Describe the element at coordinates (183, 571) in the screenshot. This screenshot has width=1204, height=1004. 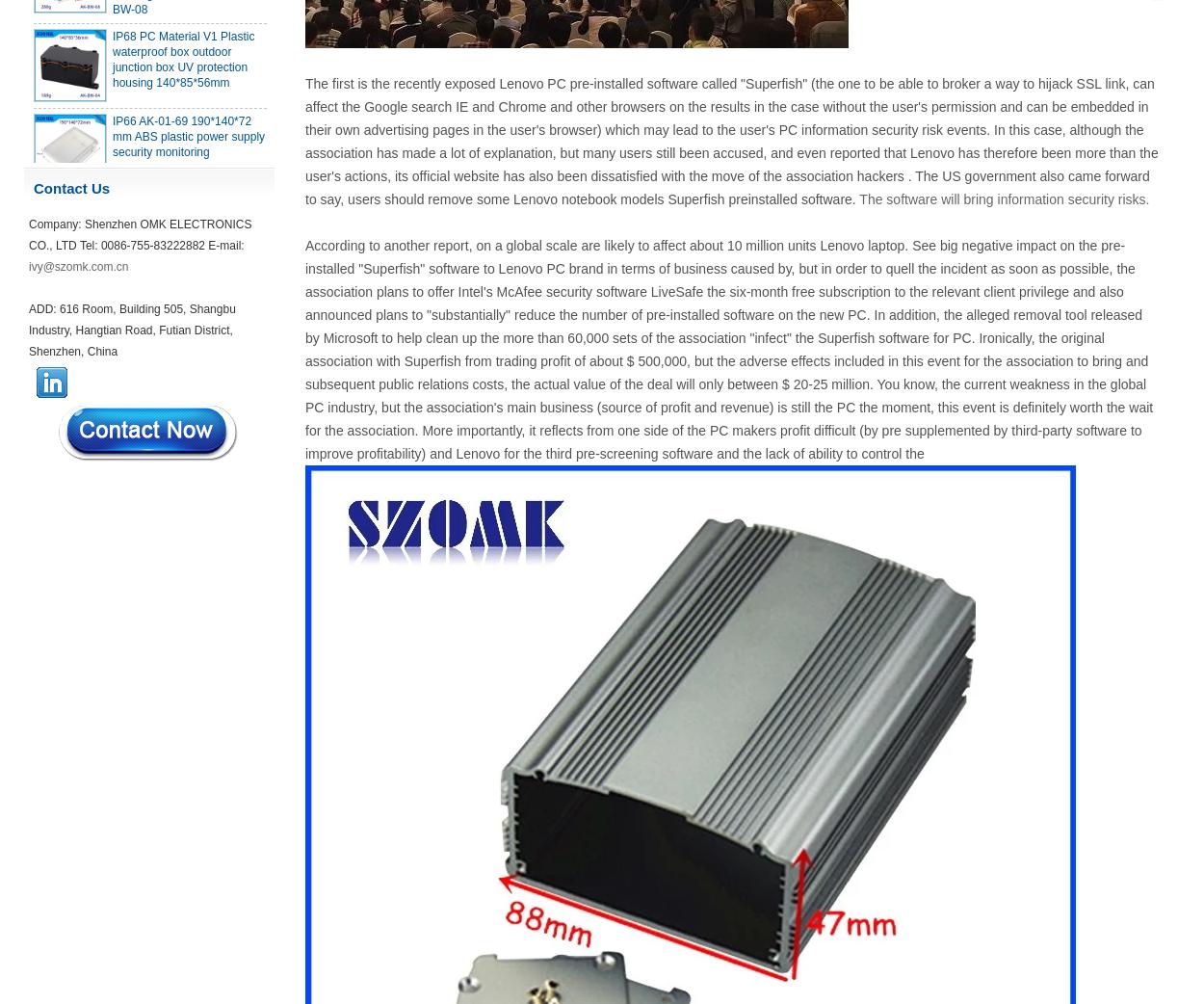
I see `'IP66 waterproof plastic enclosures  outdoor use with metal screws AK-01-55 248*160*60MM'` at that location.